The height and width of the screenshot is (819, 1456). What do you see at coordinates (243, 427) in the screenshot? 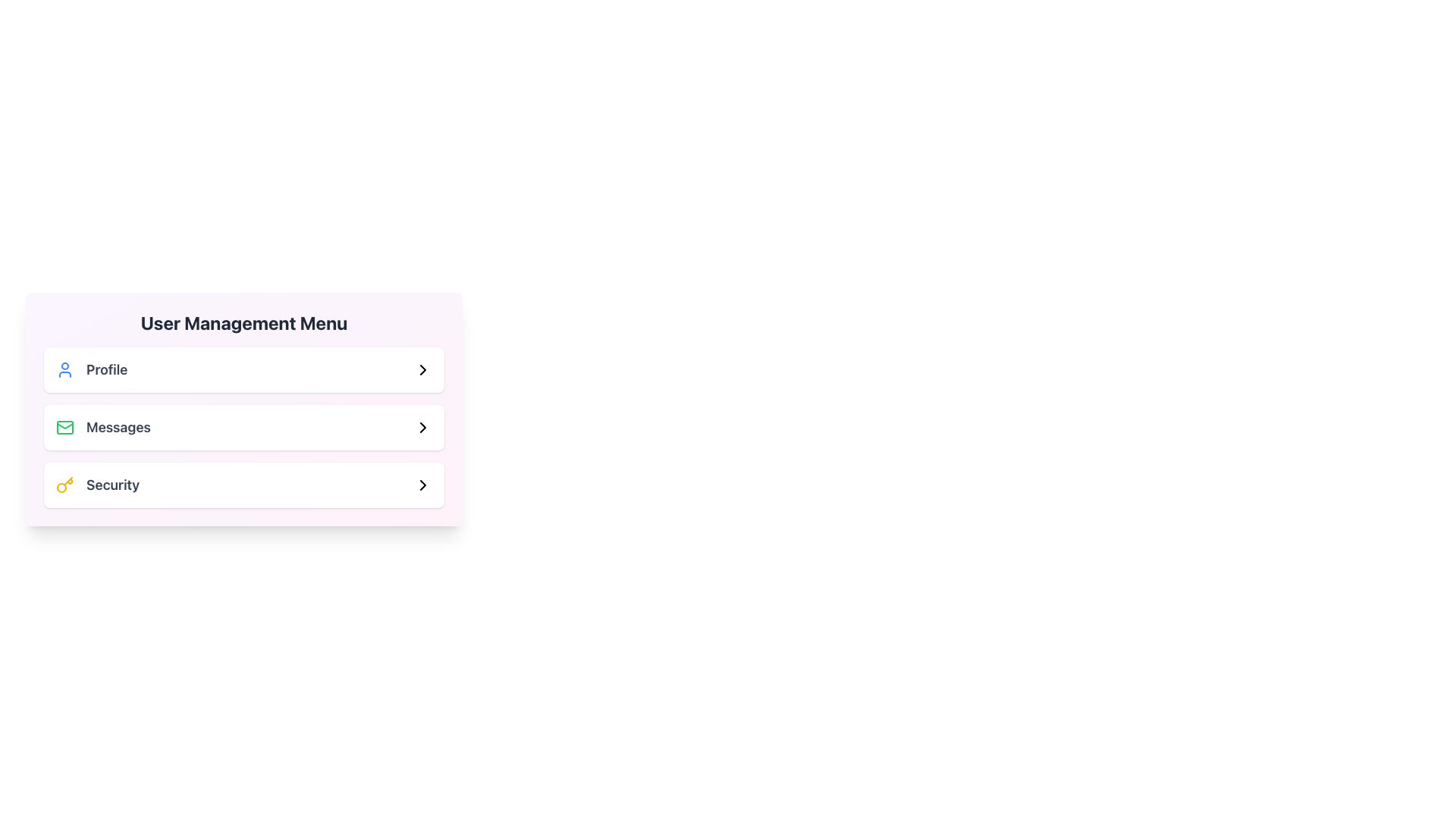
I see `the 'Messages' navigational button located under the 'User Management Menu', positioned between the 'Profile' and 'Security' entries` at bounding box center [243, 427].